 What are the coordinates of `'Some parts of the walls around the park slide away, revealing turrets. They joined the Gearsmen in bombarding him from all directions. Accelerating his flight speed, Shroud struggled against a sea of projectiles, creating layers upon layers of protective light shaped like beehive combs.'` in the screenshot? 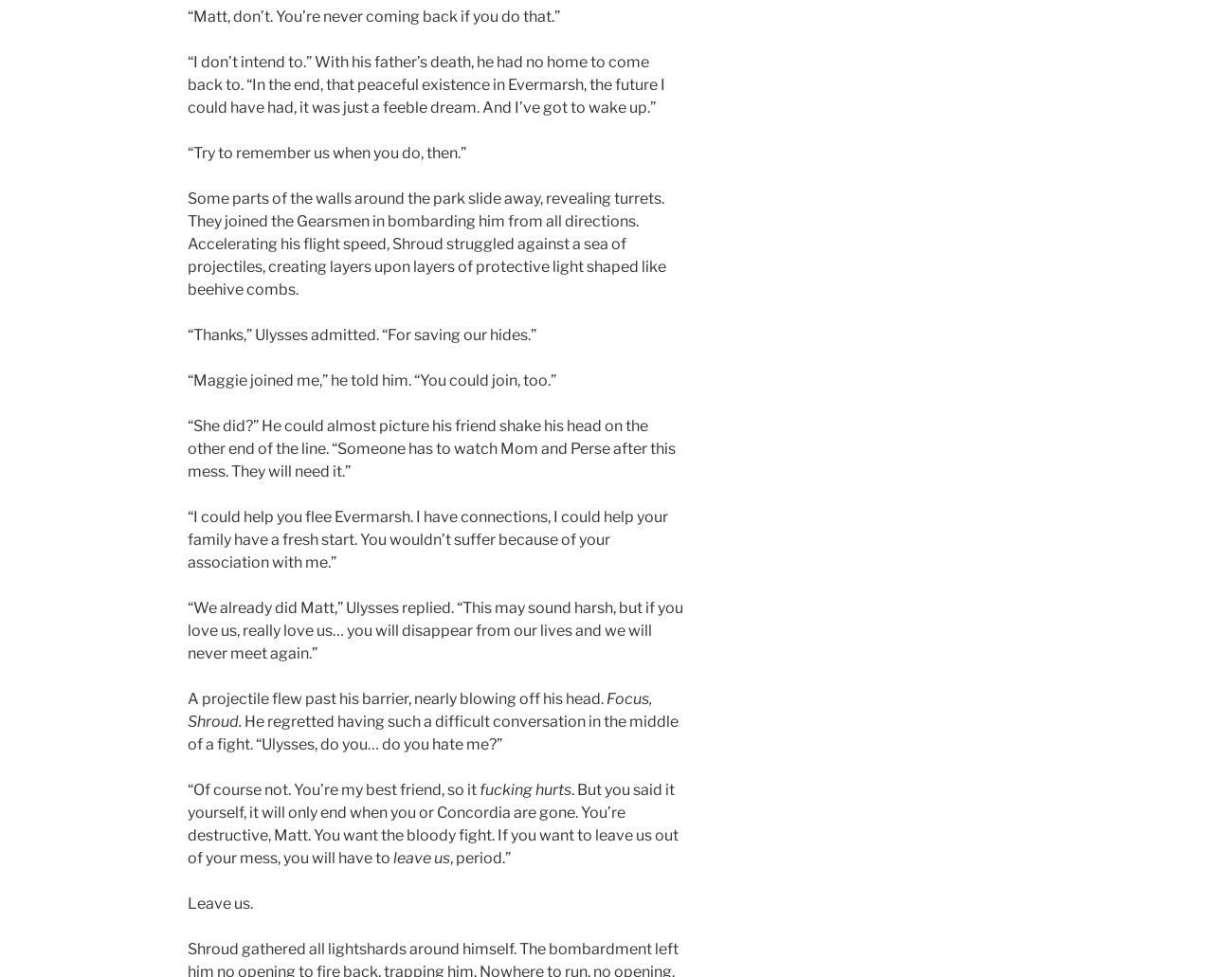 It's located at (426, 244).